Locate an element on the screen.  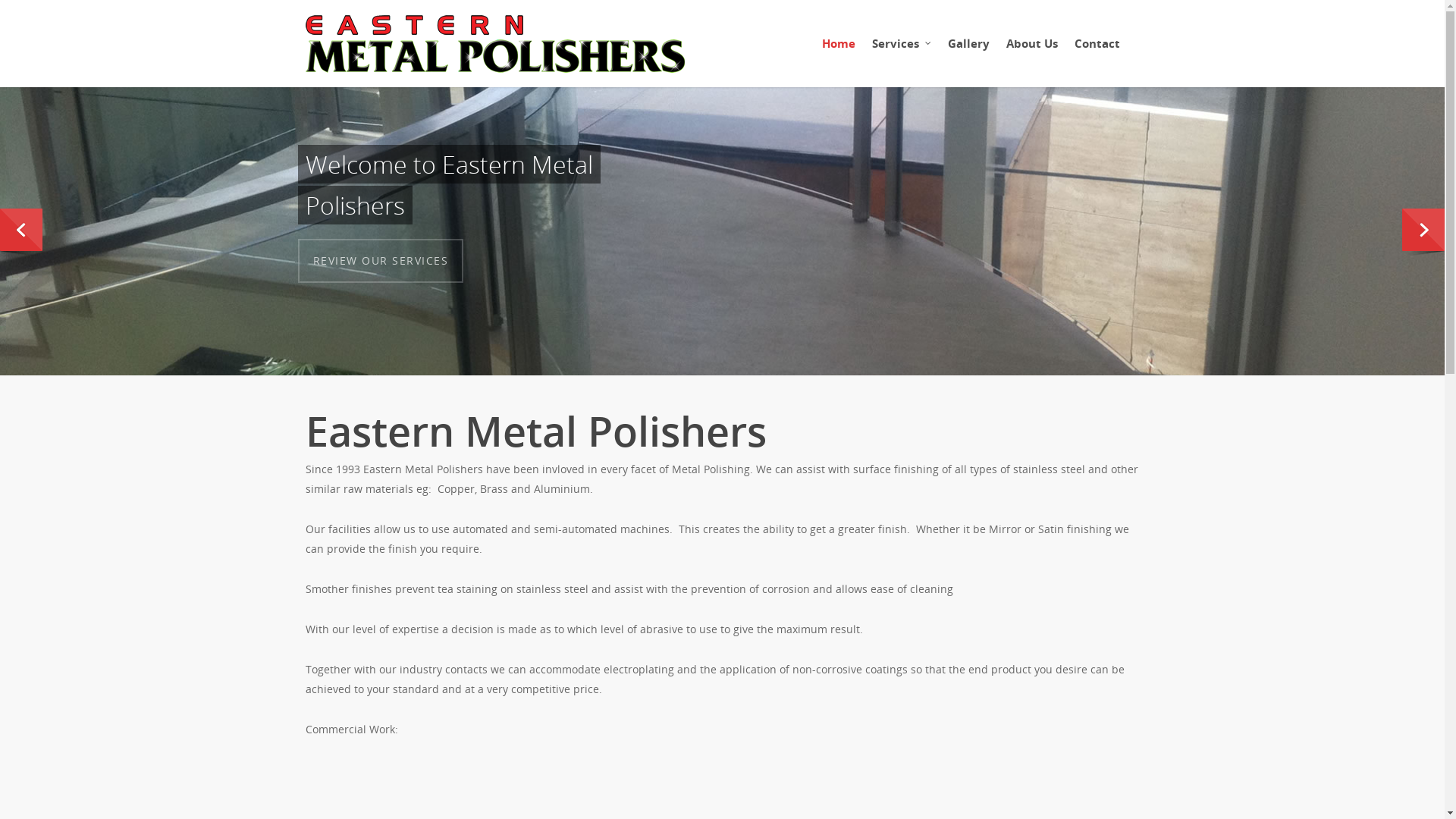
'About Us' is located at coordinates (997, 50).